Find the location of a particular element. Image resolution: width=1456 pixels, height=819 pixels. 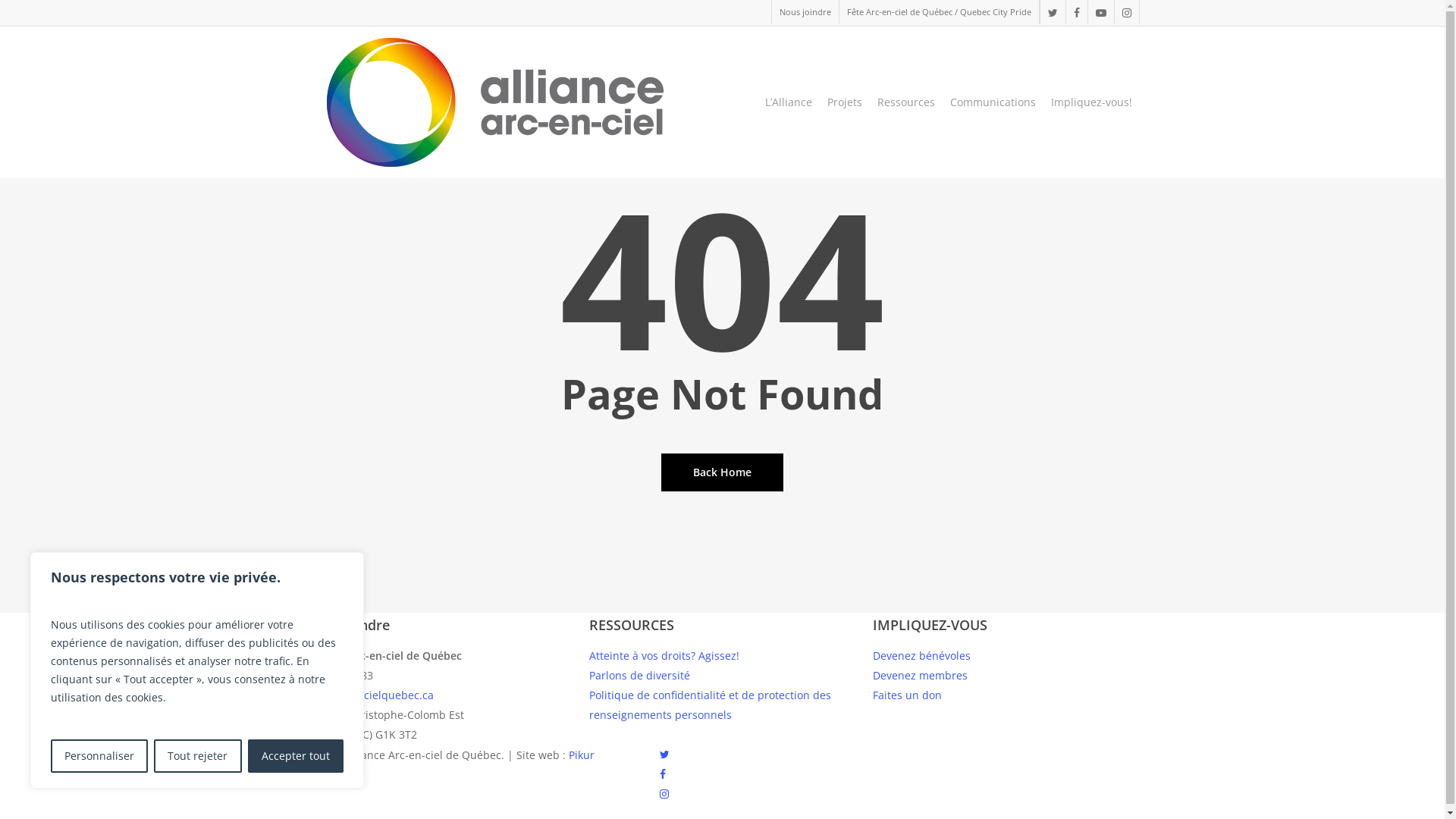

'Tout rejeter' is located at coordinates (153, 755).